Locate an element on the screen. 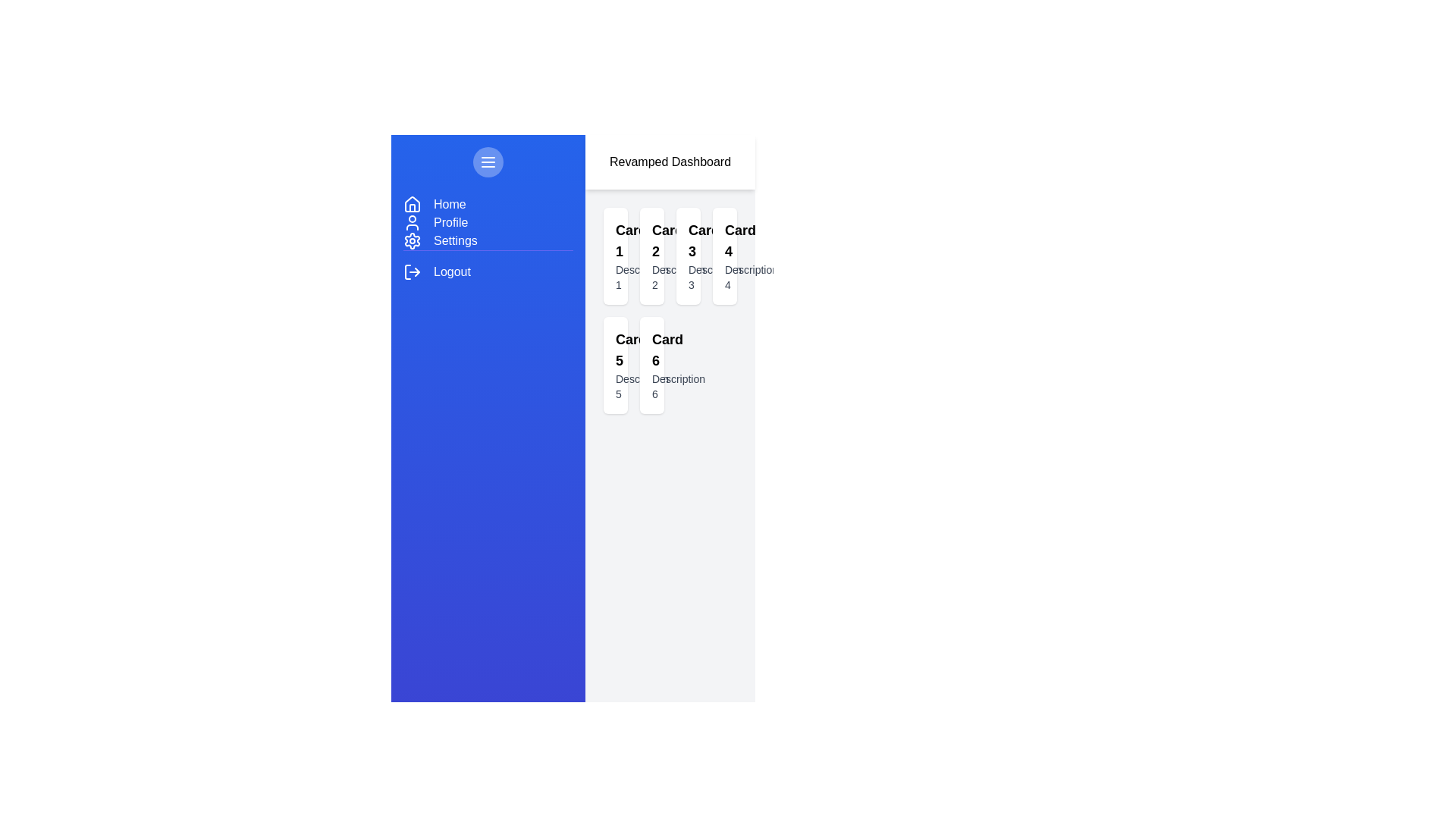 This screenshot has height=819, width=1456. the navigational menu item for the user's profile section is located at coordinates (488, 222).